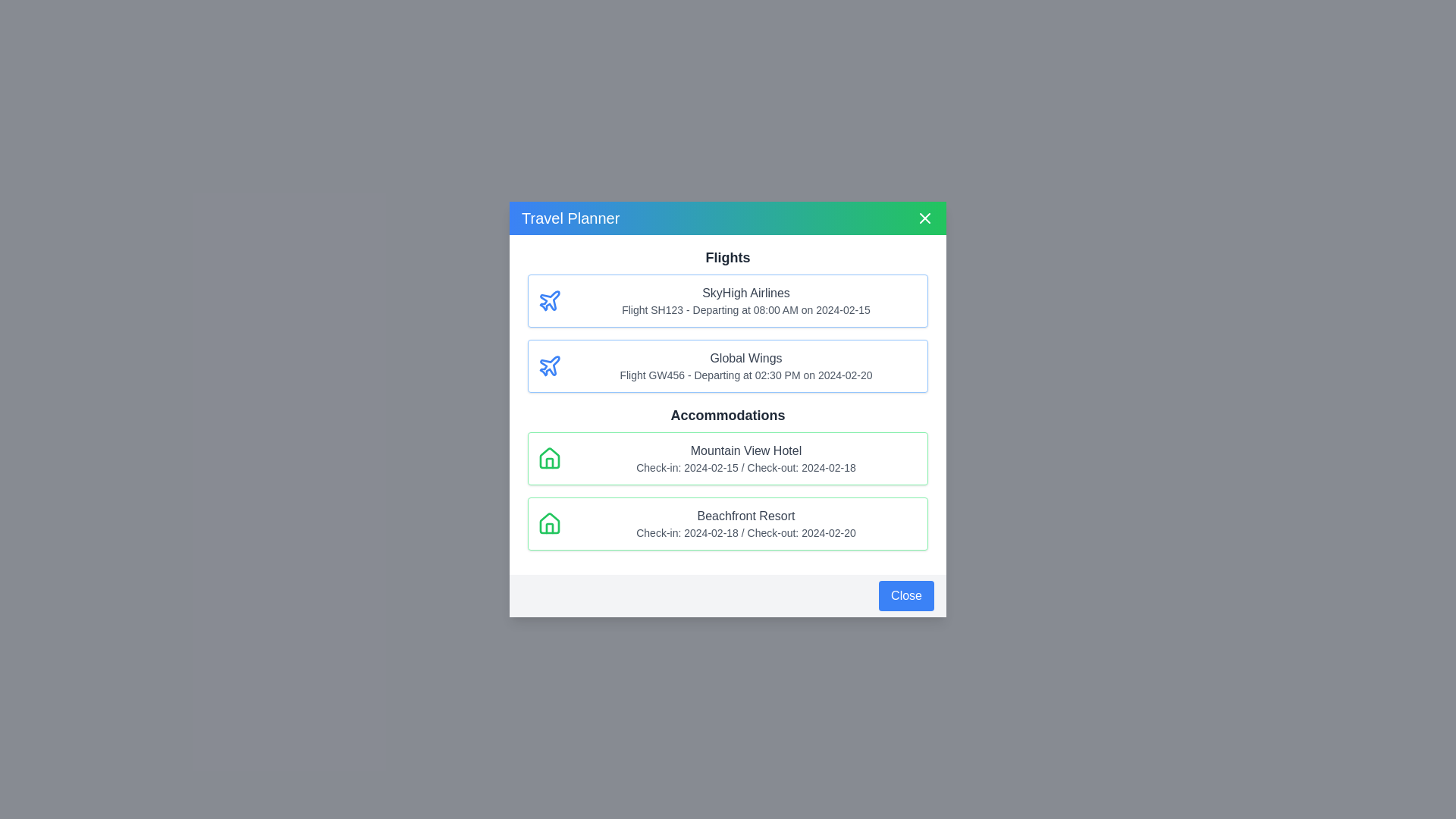 The width and height of the screenshot is (1456, 819). What do you see at coordinates (745, 458) in the screenshot?
I see `accommodation information displayed in the Text Display for 'Mountain View Hotel,' located below the heading 'Accommodations' in the 'Travel Planner' dialog box` at bounding box center [745, 458].